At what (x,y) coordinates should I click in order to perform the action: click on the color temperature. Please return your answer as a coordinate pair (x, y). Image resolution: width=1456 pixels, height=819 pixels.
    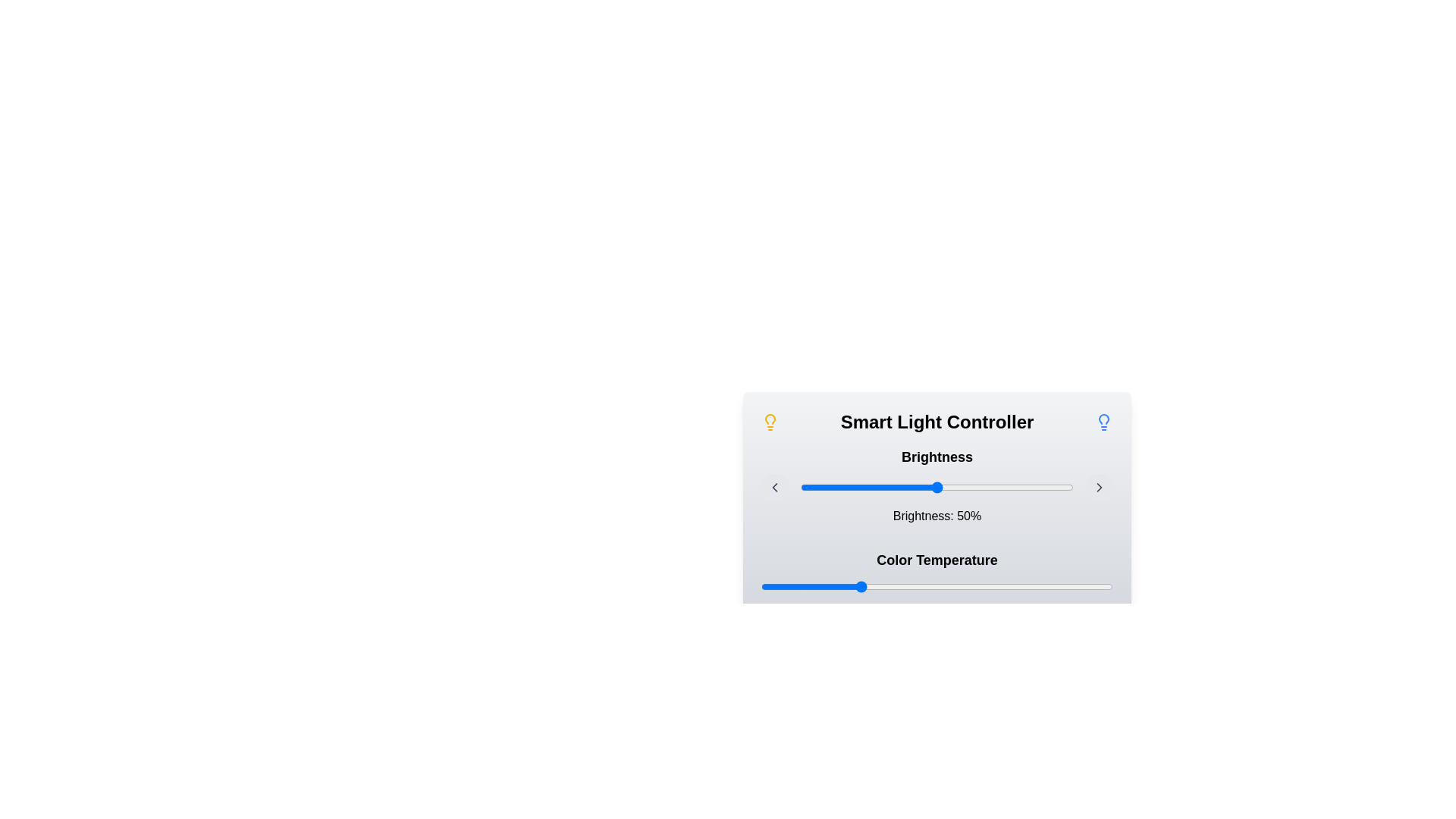
    Looking at the image, I should click on (1085, 586).